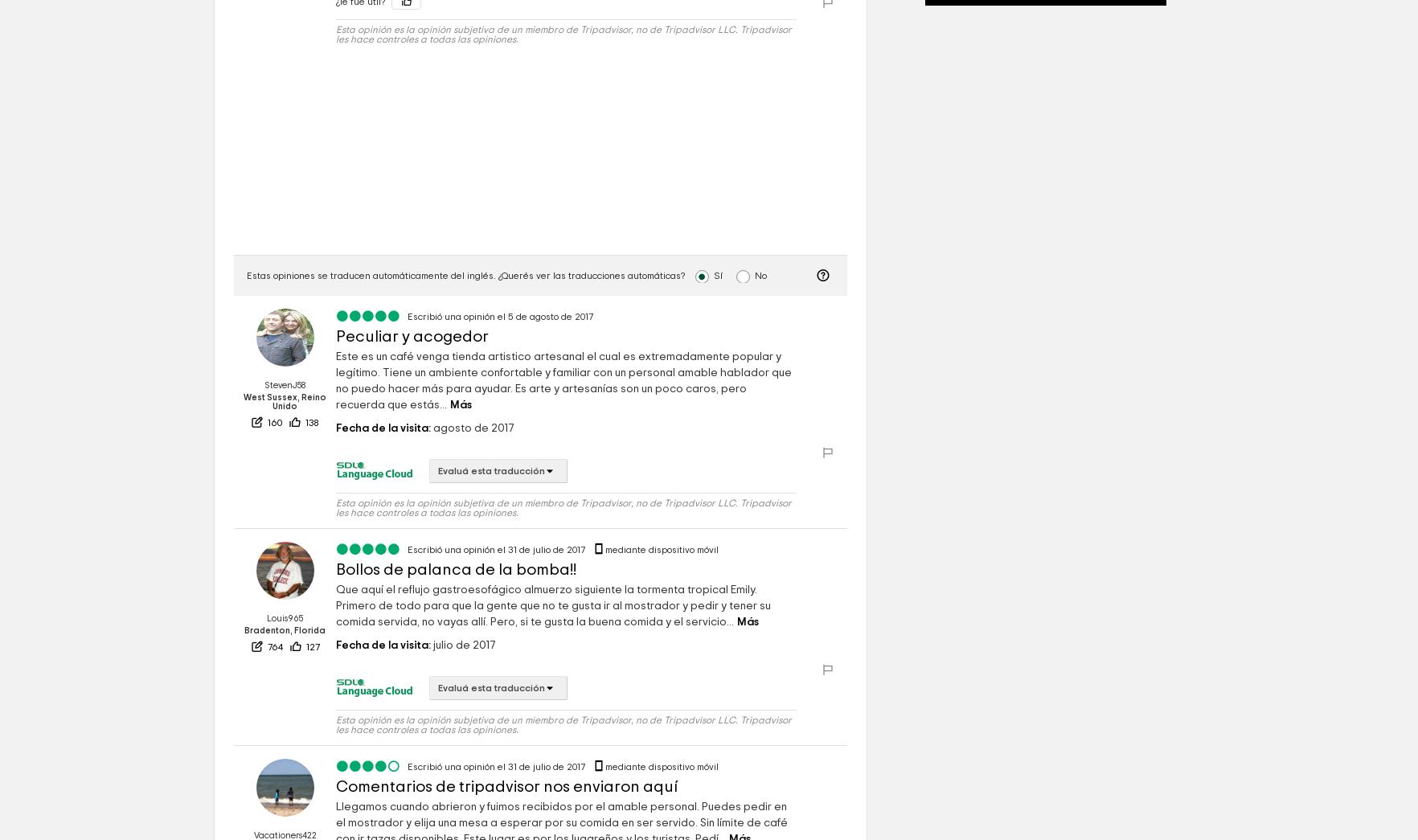 The height and width of the screenshot is (840, 1418). I want to click on 'West Sussex, Reino Unido', so click(285, 401).